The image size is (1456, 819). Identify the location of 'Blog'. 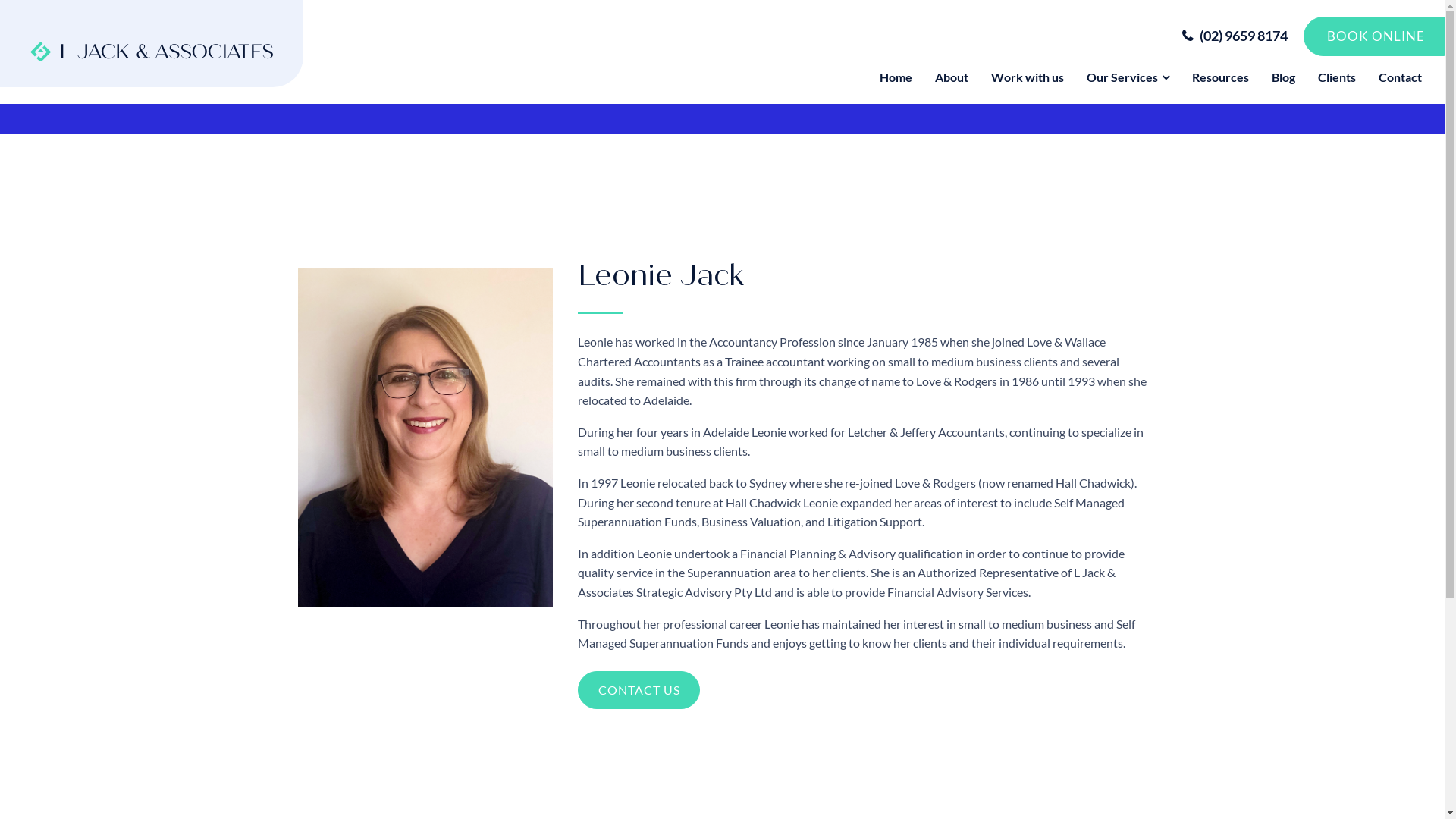
(1282, 77).